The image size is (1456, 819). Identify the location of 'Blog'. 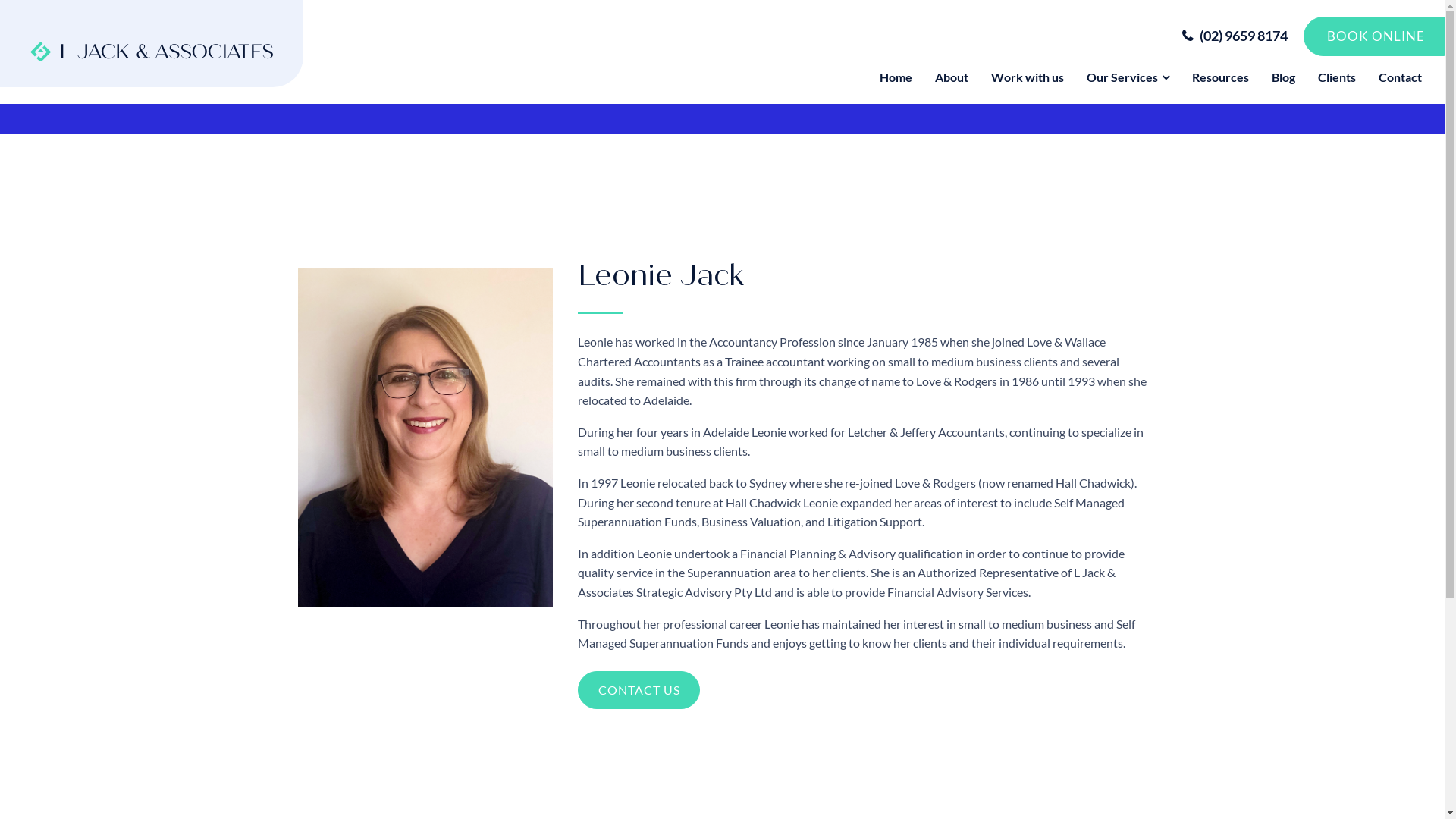
(1282, 77).